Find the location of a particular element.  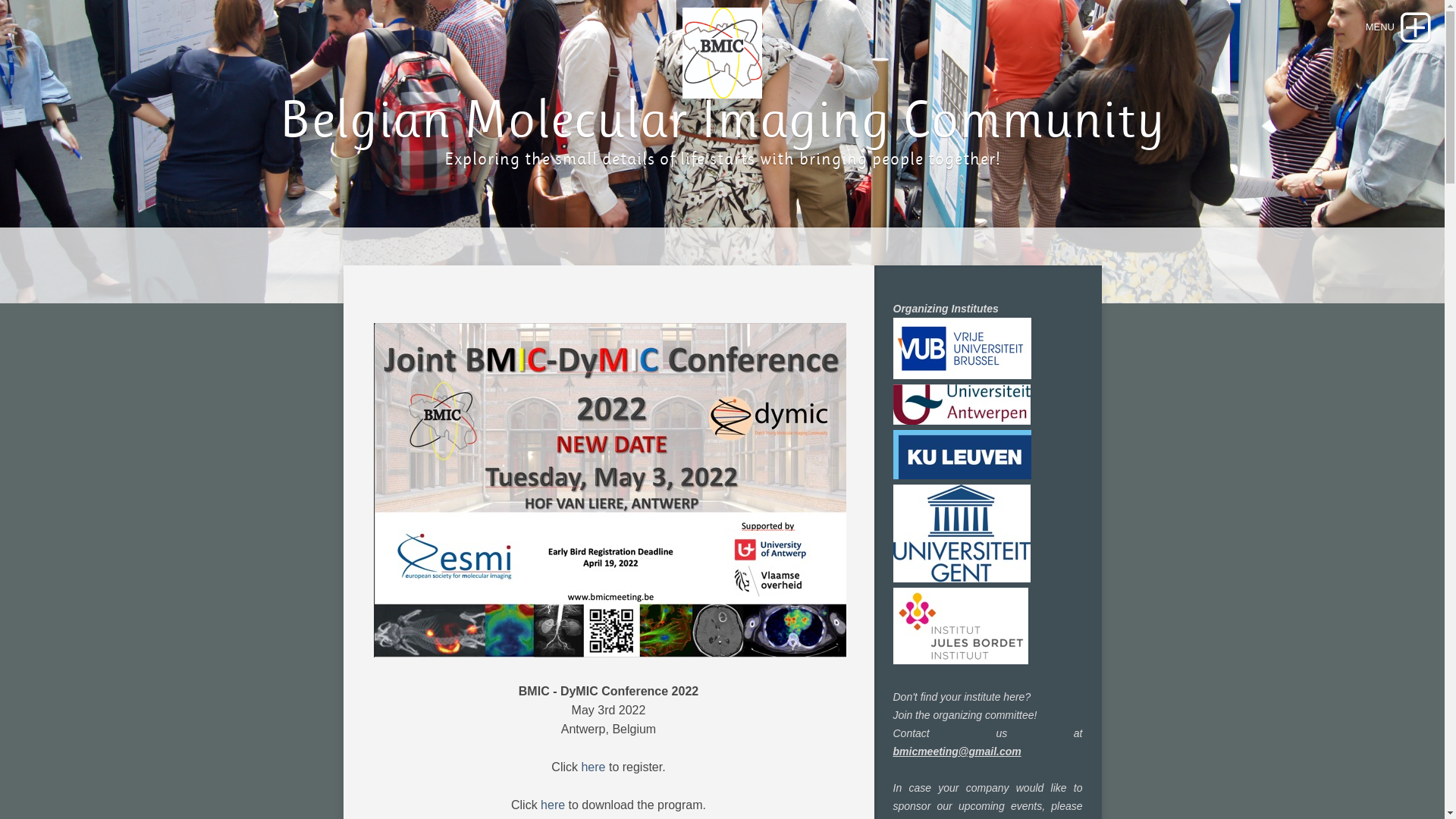

'here' is located at coordinates (592, 767).